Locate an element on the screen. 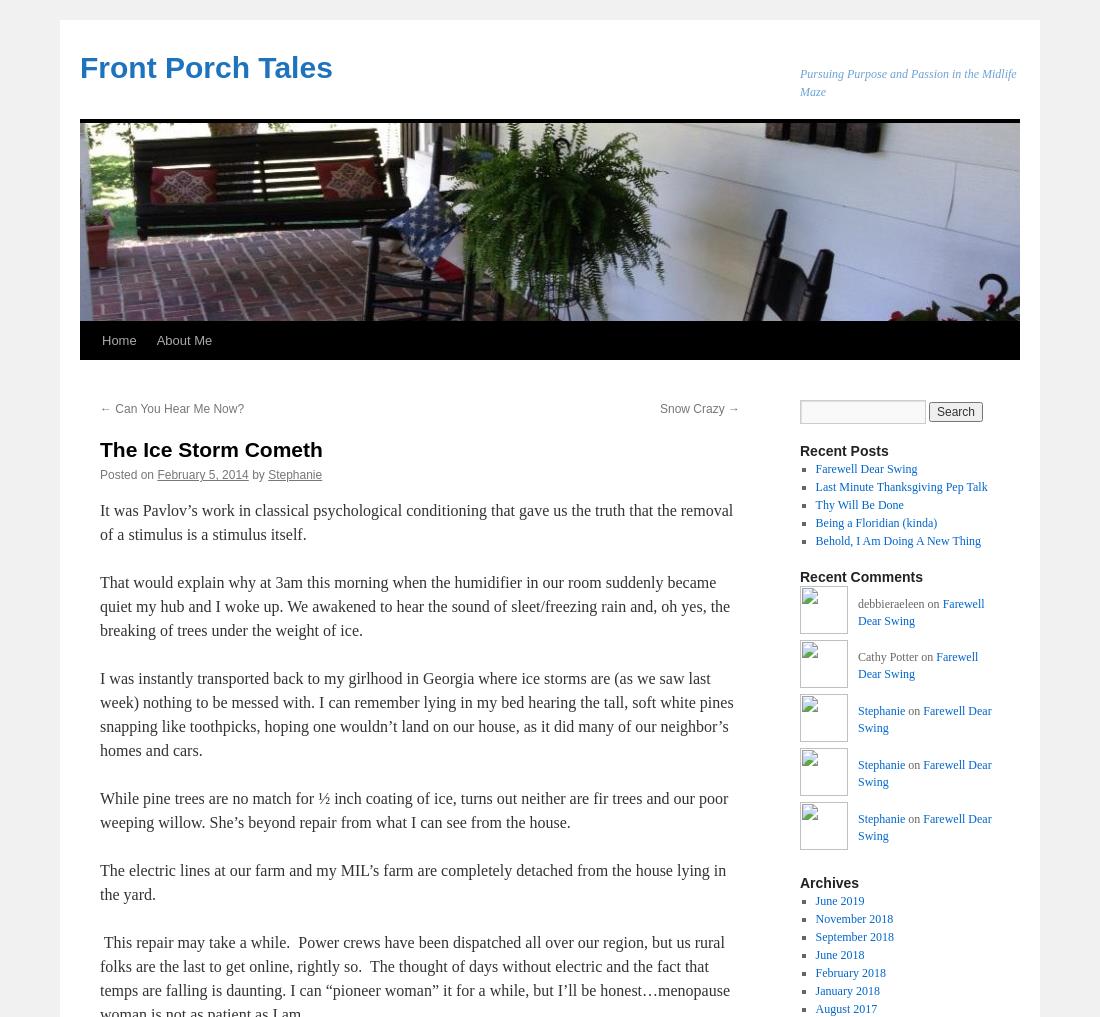  'That would explain why at 3am this morning when the humidifier in our room suddenly became quiet my hub and I woke up. We awakened to hear the sound of sleet/freezing rain and, oh yes, the breaking of trees under the weight of ice.' is located at coordinates (414, 605).